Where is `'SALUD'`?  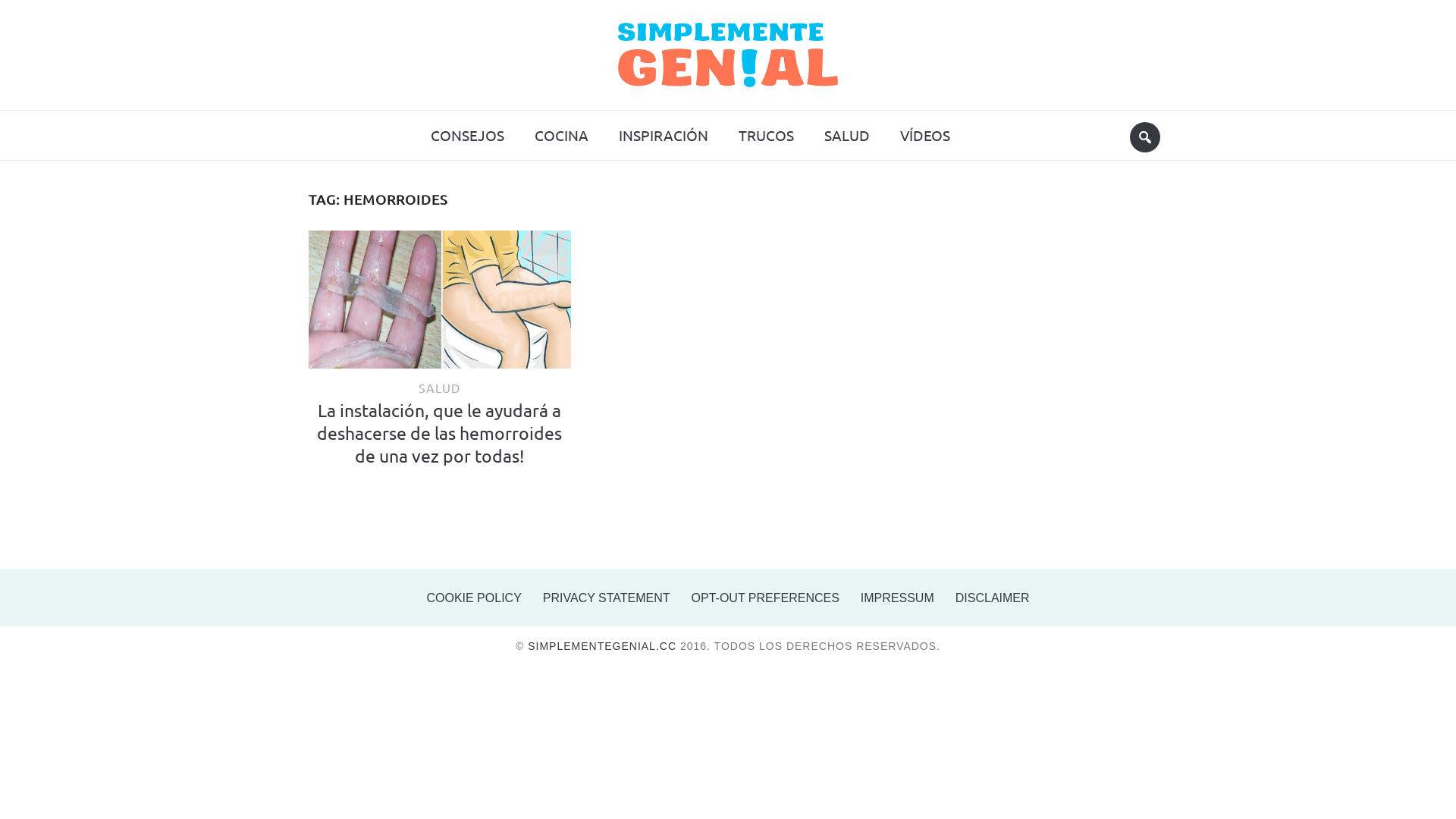
'SALUD' is located at coordinates (438, 386).